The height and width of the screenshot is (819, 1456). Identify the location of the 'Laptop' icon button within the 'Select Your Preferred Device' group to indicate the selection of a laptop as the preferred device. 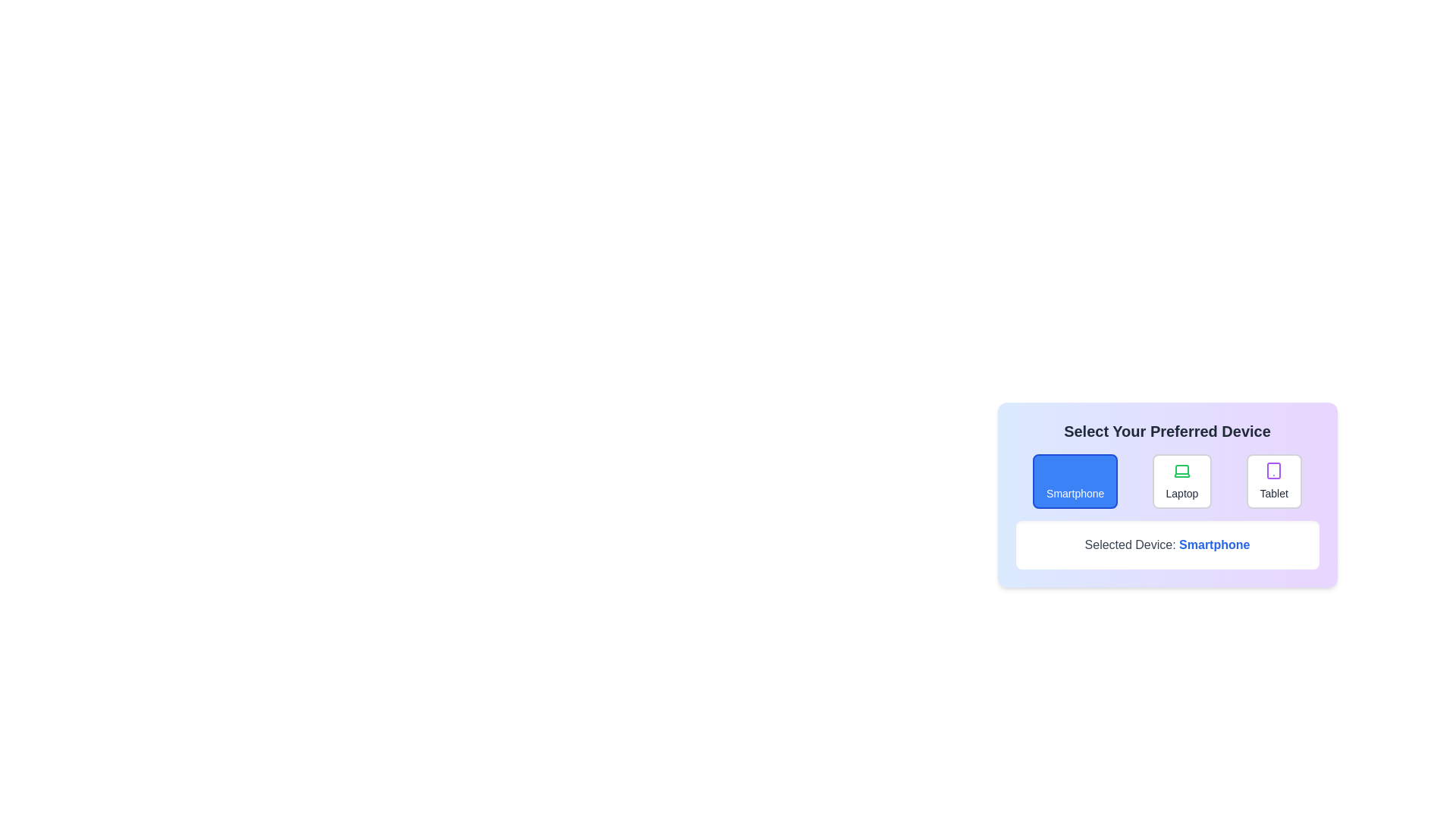
(1181, 470).